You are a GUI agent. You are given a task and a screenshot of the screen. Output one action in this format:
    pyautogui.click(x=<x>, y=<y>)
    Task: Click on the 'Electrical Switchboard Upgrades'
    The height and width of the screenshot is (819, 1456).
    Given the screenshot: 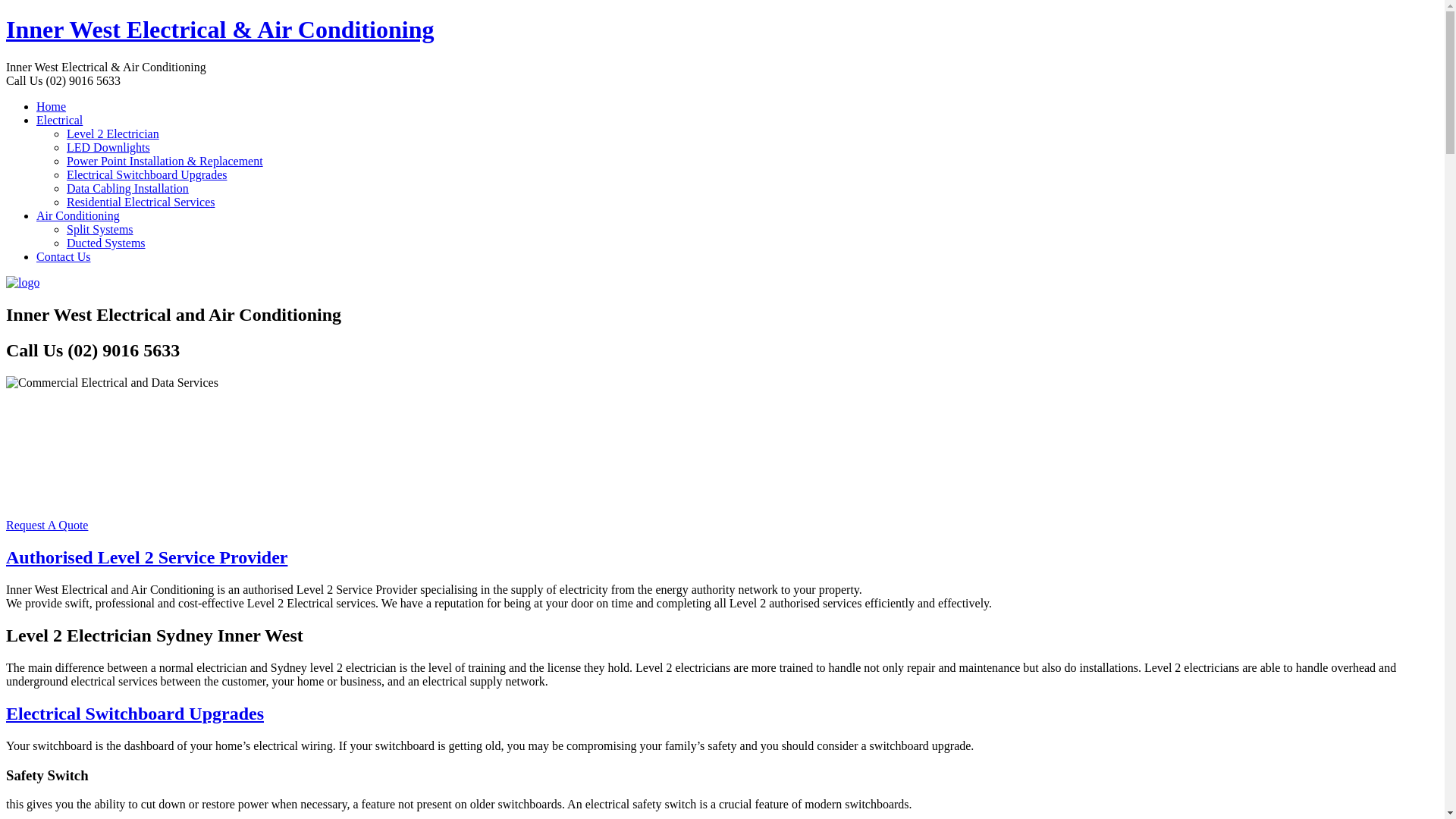 What is the action you would take?
    pyautogui.click(x=146, y=174)
    